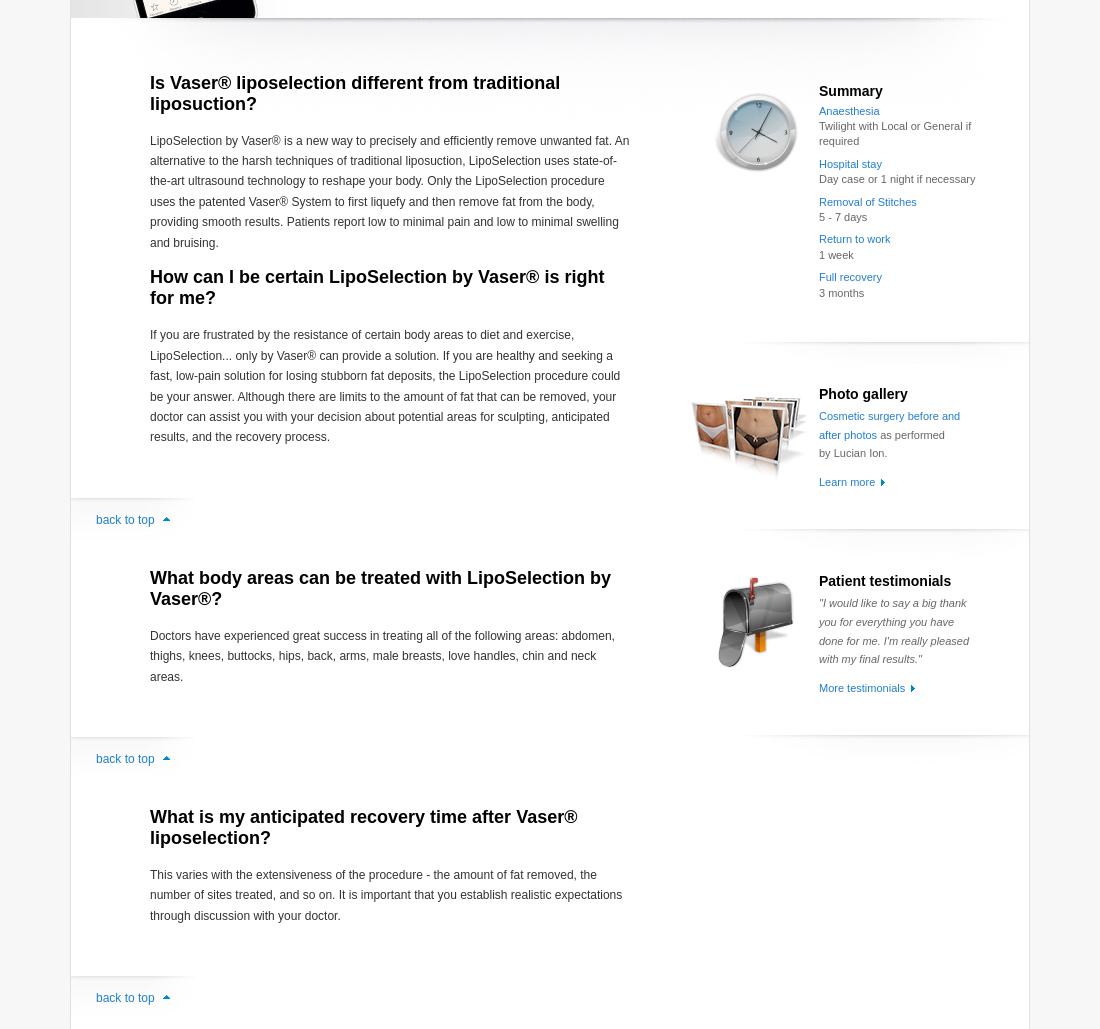 Image resolution: width=1100 pixels, height=1029 pixels. I want to click on 'What is my anticipated recovery time after Vaser® liposelection?', so click(149, 825).